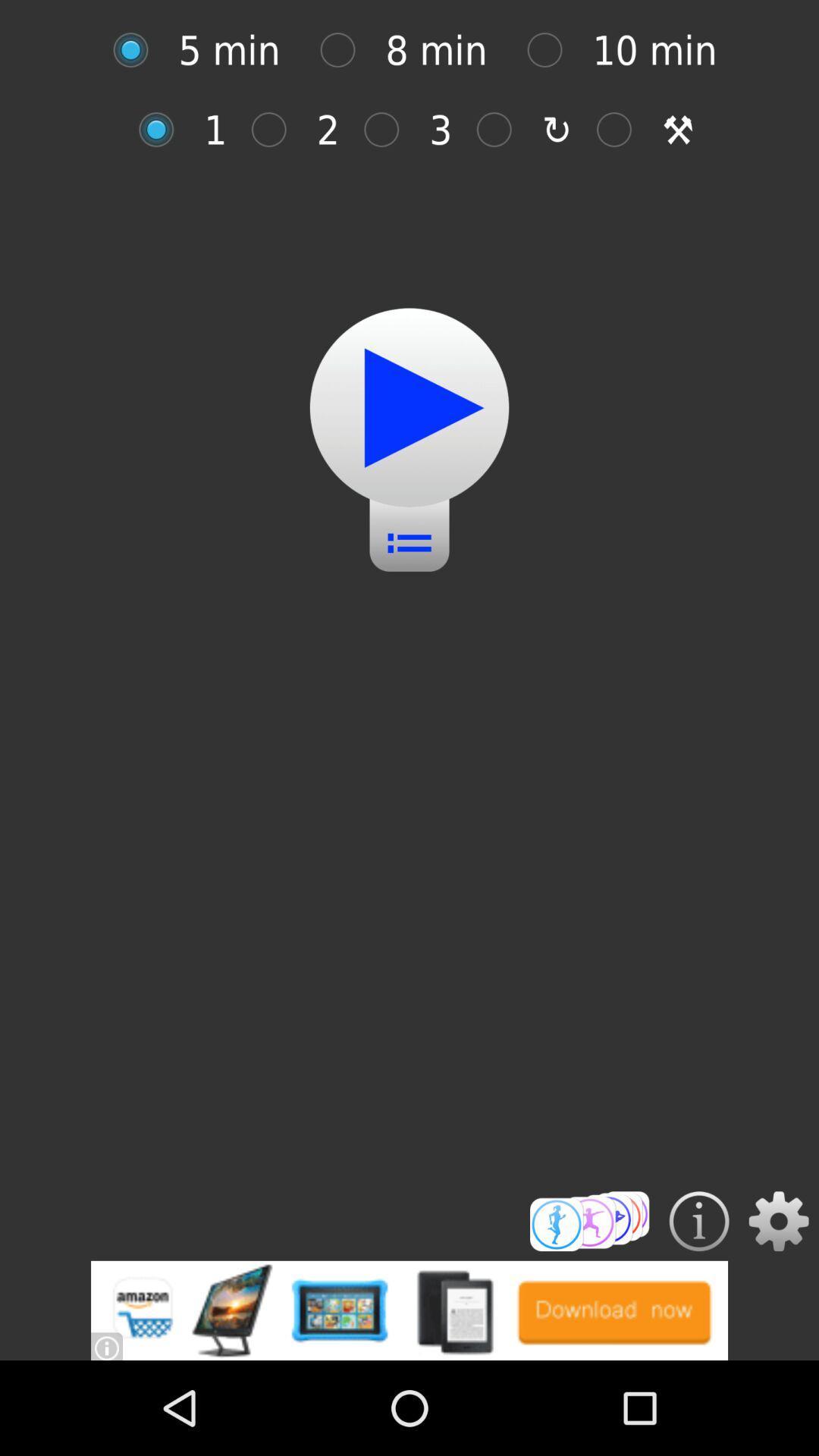 This screenshot has height=1456, width=819. Describe the element at coordinates (345, 50) in the screenshot. I see `selection button` at that location.